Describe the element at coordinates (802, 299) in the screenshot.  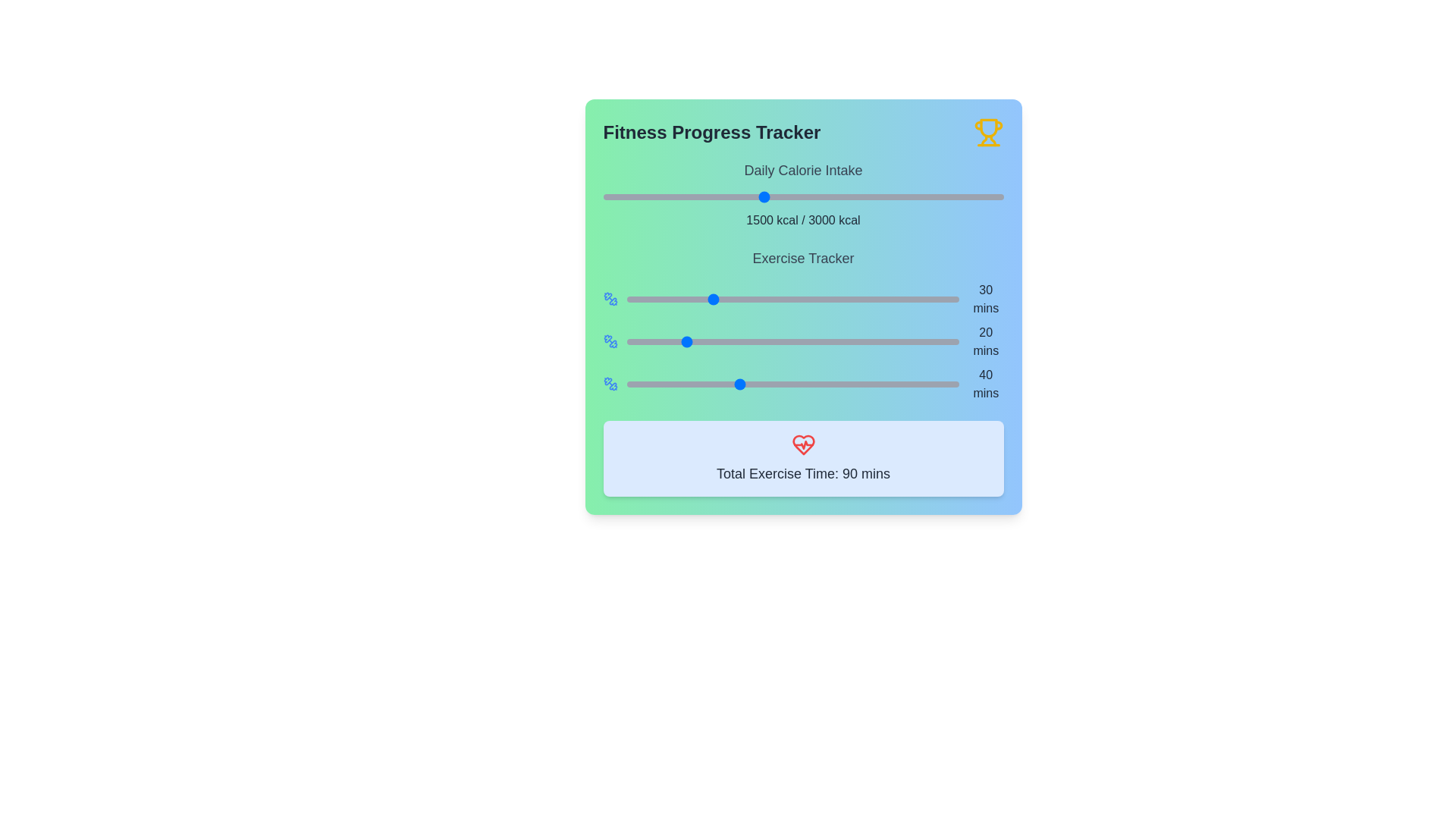
I see `the first Range Slider in the 'Exercise Tracker' section` at that location.